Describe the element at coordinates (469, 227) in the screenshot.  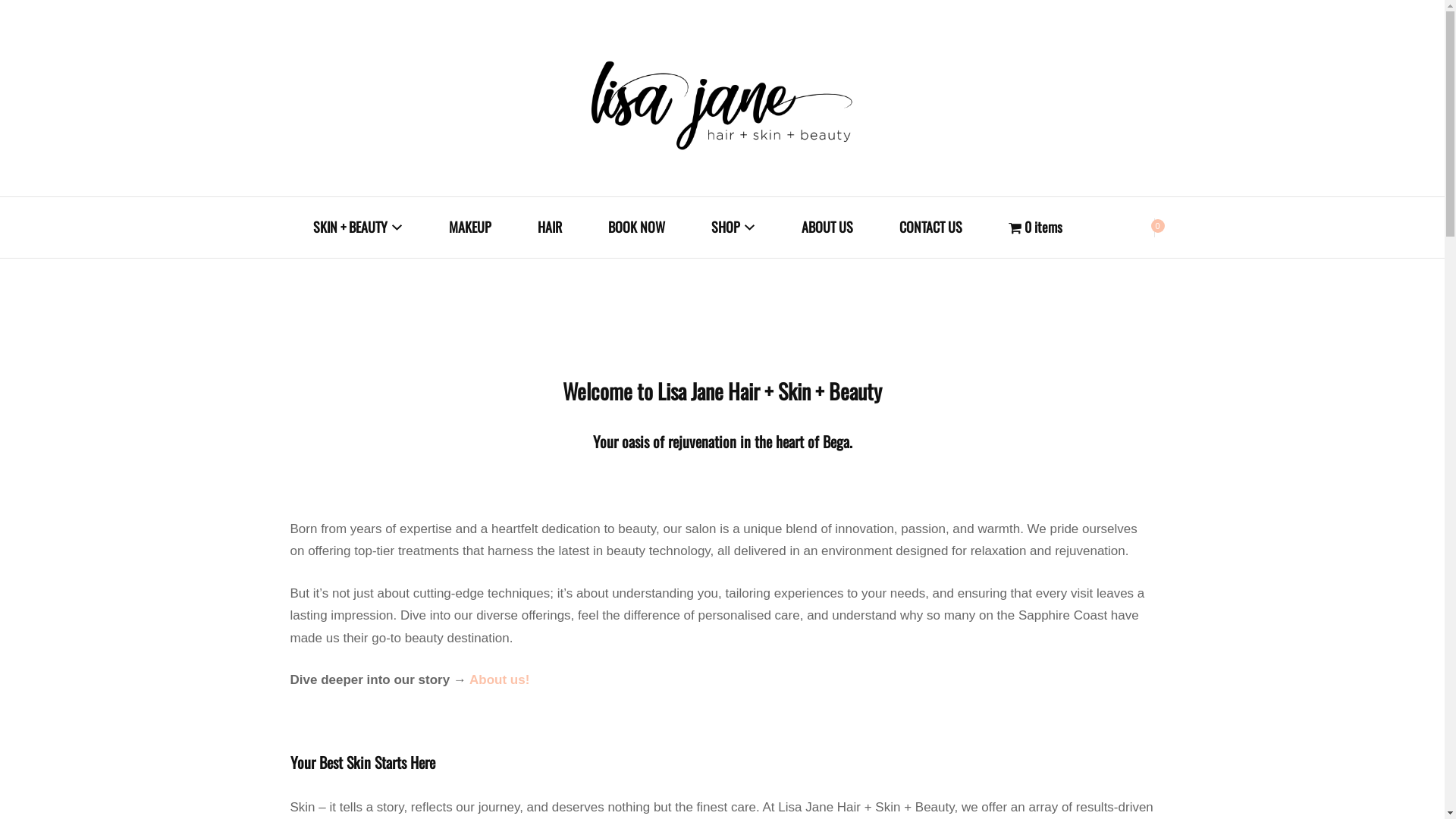
I see `'MAKEUP'` at that location.